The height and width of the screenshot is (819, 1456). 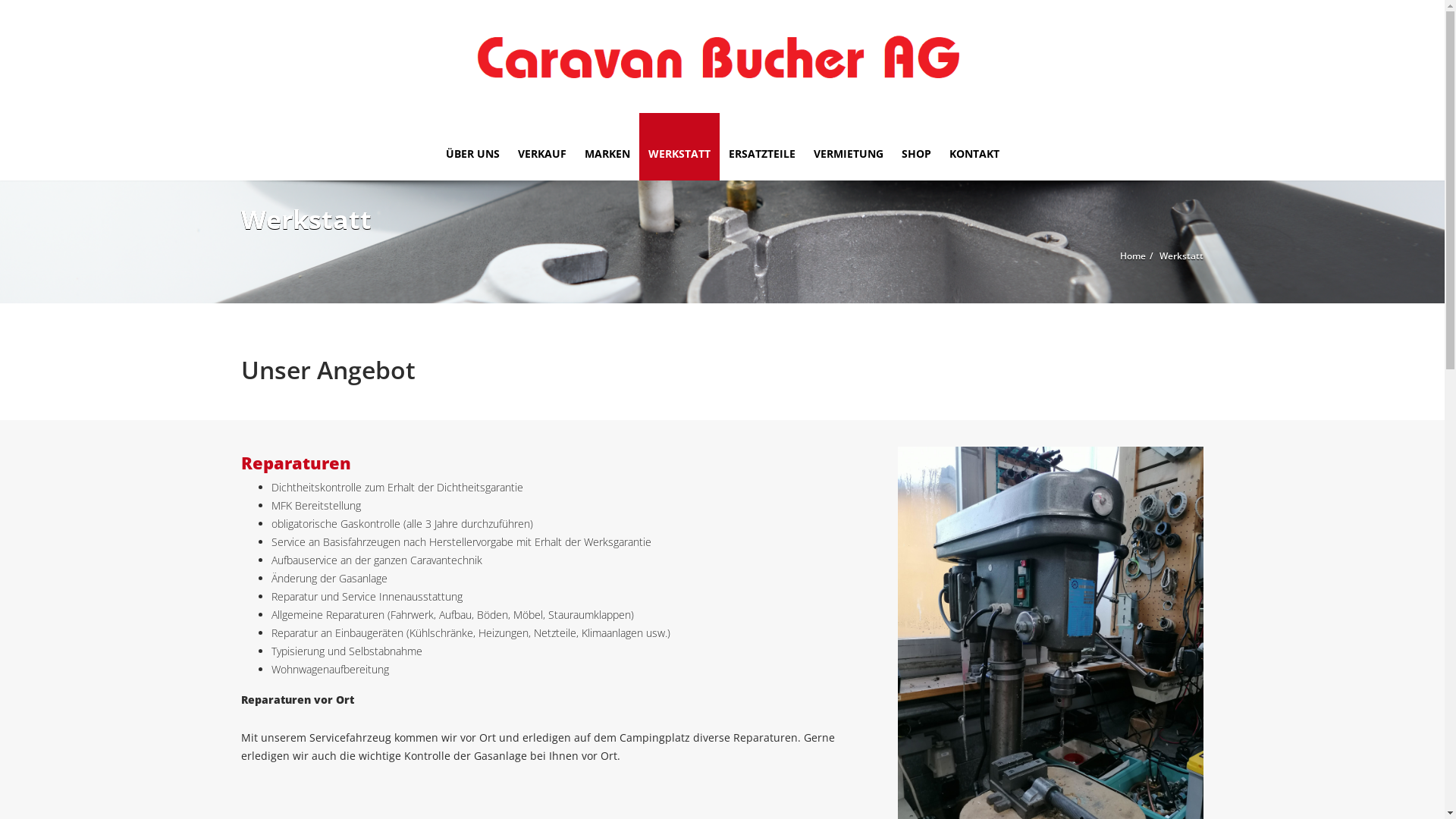 I want to click on 'KONTAKT', so click(x=974, y=146).